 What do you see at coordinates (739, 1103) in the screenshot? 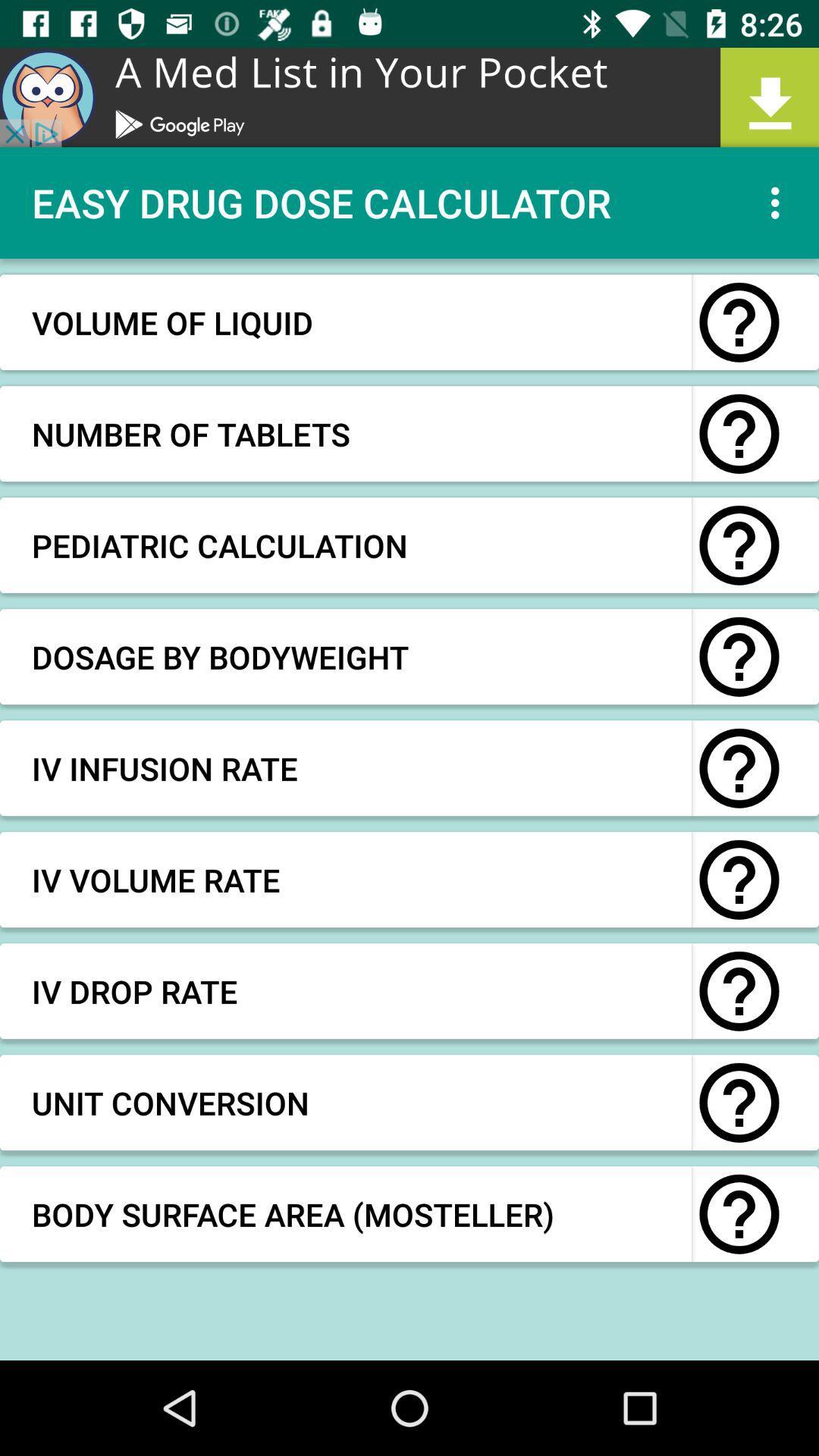
I see `details of unit conversion` at bounding box center [739, 1103].